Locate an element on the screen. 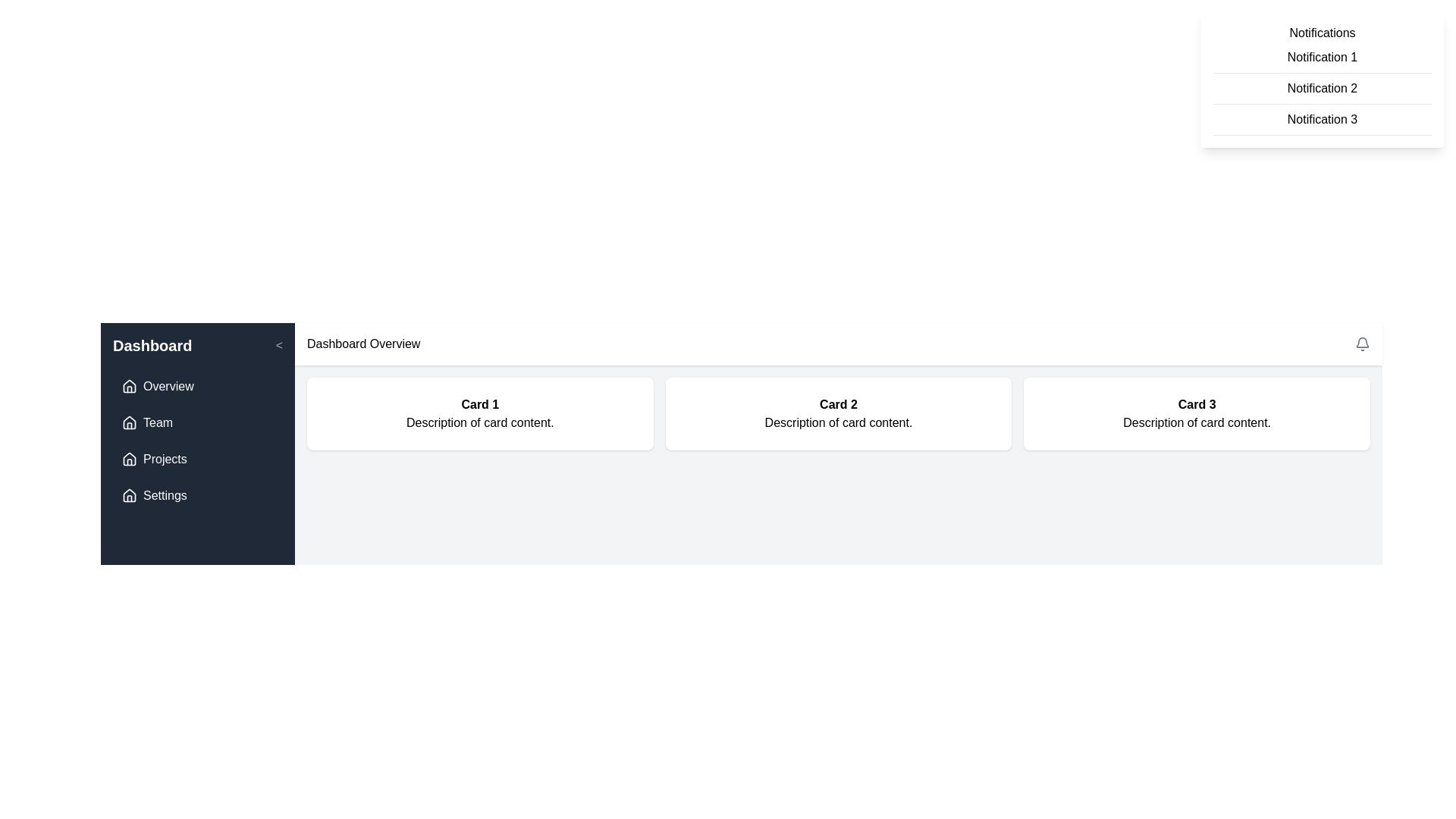  the 'Team' text label in the sidebar menu is located at coordinates (158, 423).